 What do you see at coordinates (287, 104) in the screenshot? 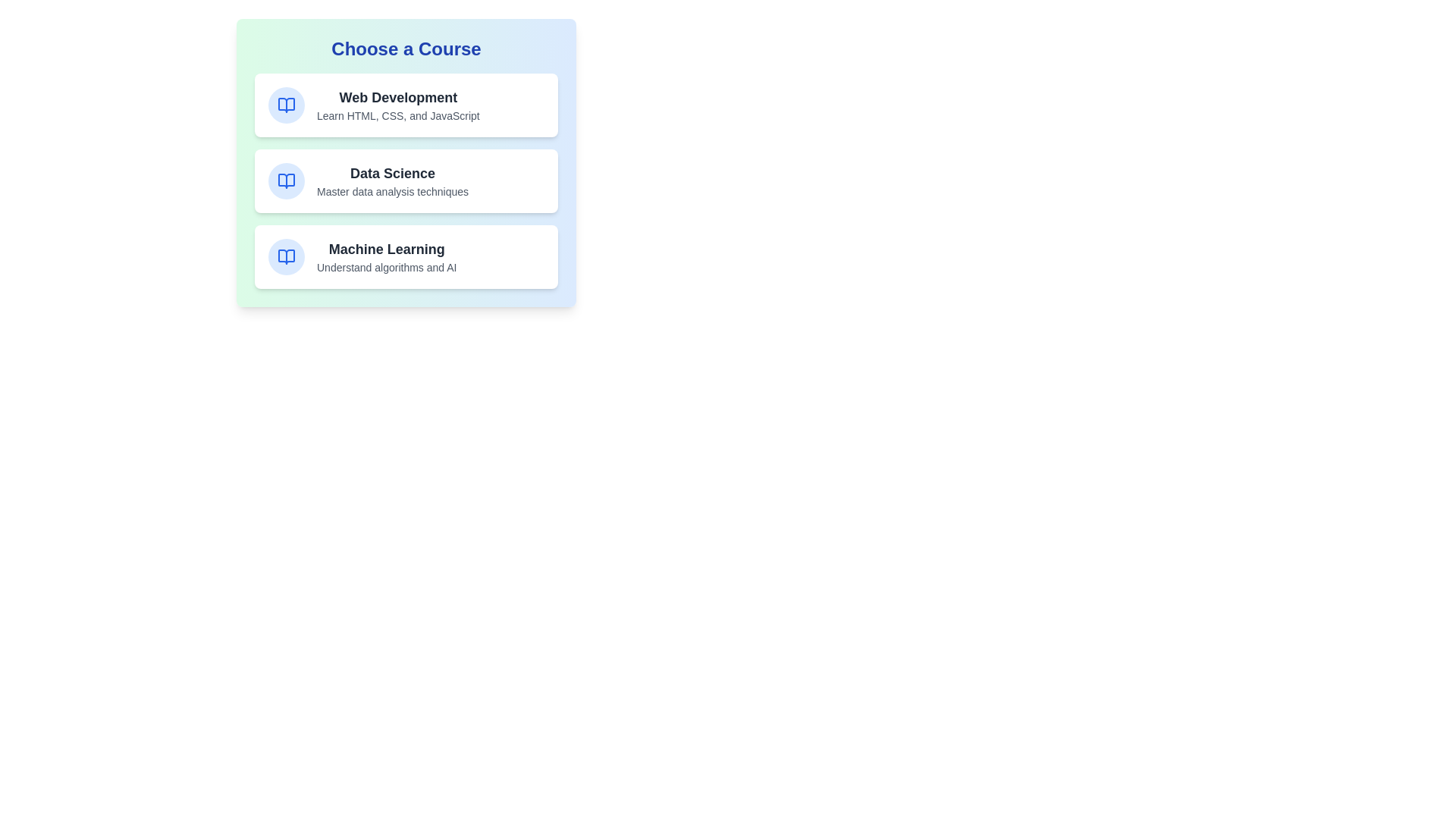
I see `the decorative icon representing the 'Web Development' course, located to the left of the text 'Web Development' and 'Learn HTML, CSS, and JavaScript'` at bounding box center [287, 104].